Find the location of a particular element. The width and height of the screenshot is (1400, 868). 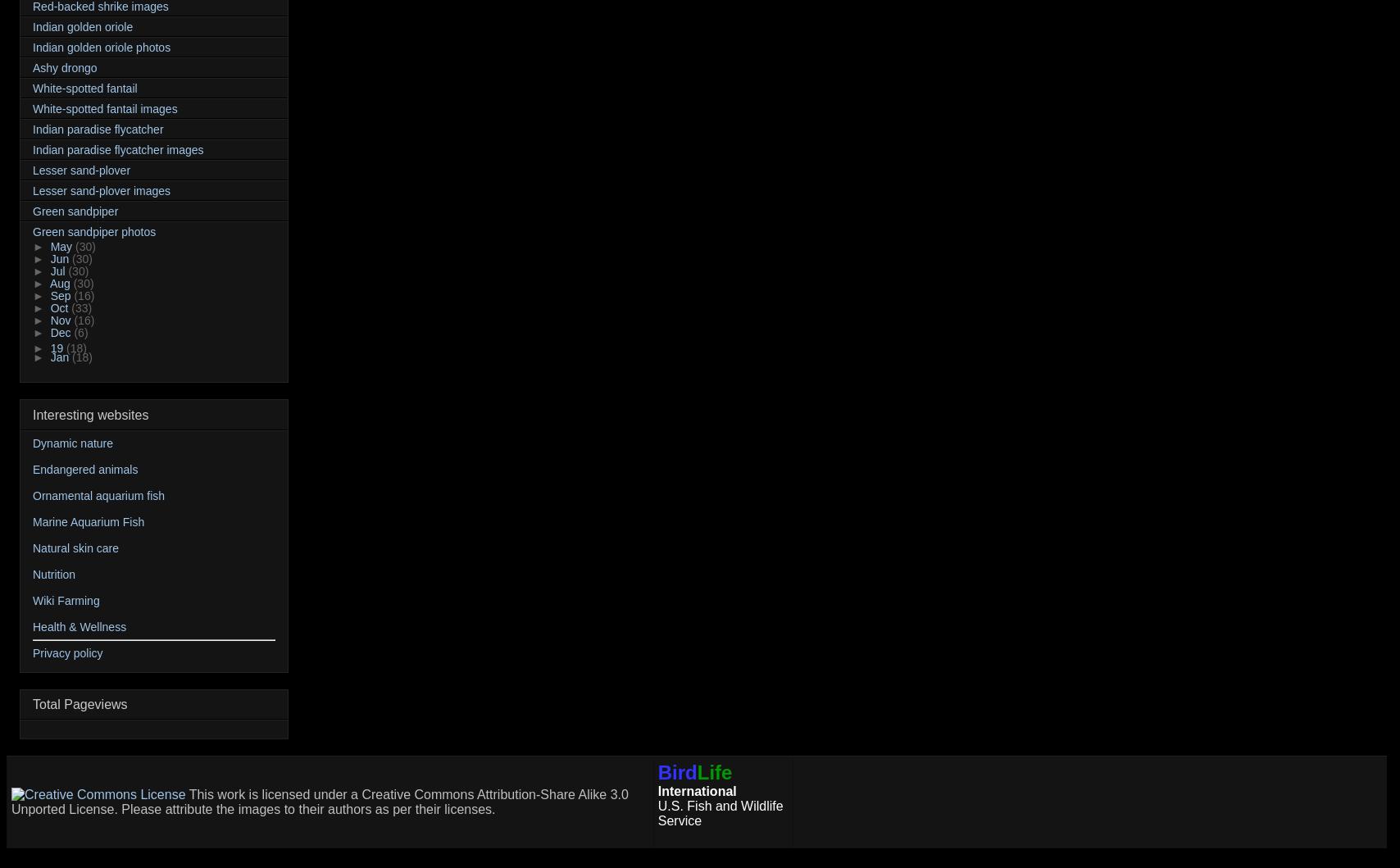

'(33)' is located at coordinates (70, 307).